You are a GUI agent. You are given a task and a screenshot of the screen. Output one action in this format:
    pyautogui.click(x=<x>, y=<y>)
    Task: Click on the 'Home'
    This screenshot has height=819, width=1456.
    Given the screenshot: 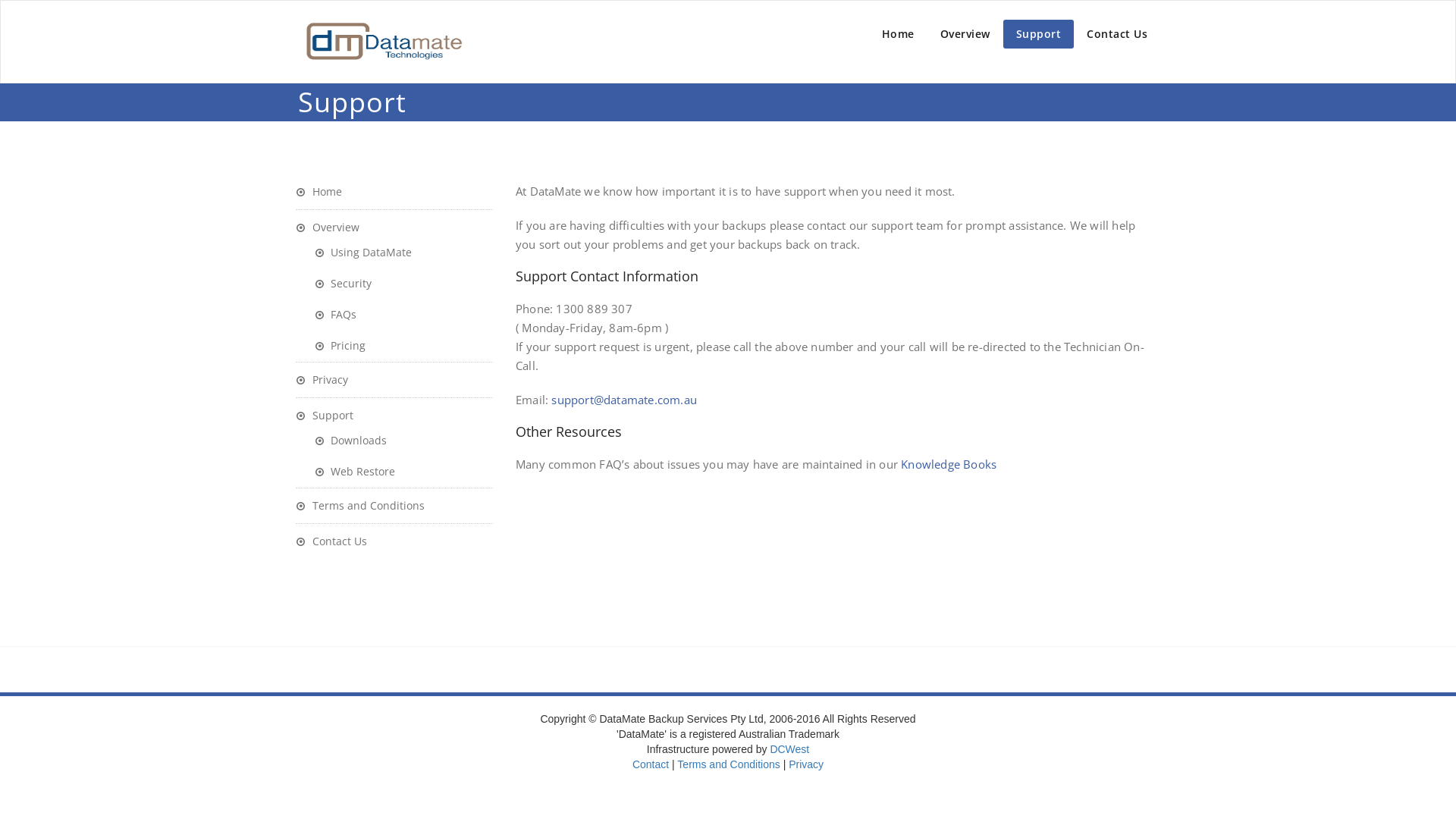 What is the action you would take?
    pyautogui.click(x=898, y=34)
    